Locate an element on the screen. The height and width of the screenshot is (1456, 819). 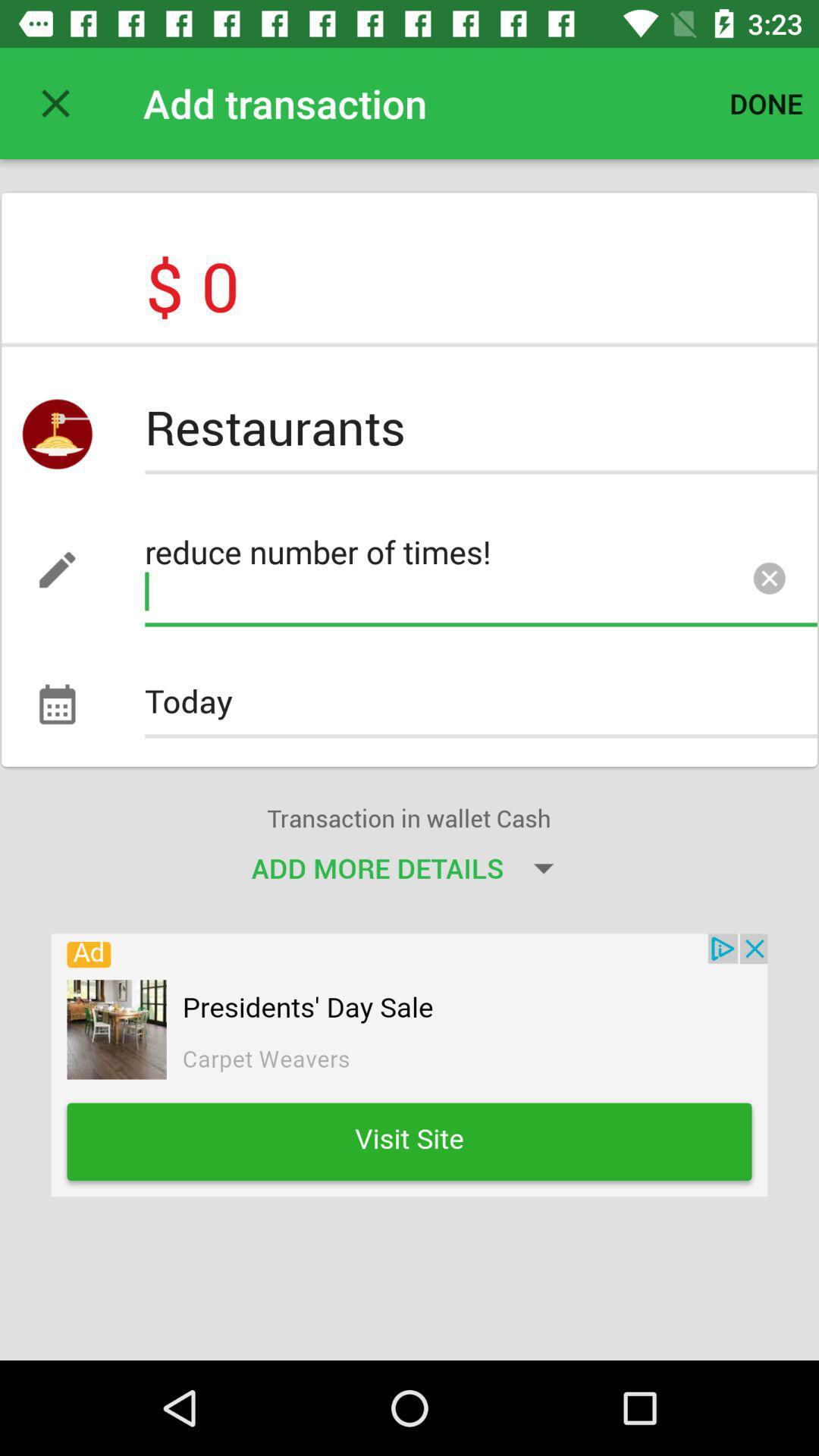
window is located at coordinates (55, 102).